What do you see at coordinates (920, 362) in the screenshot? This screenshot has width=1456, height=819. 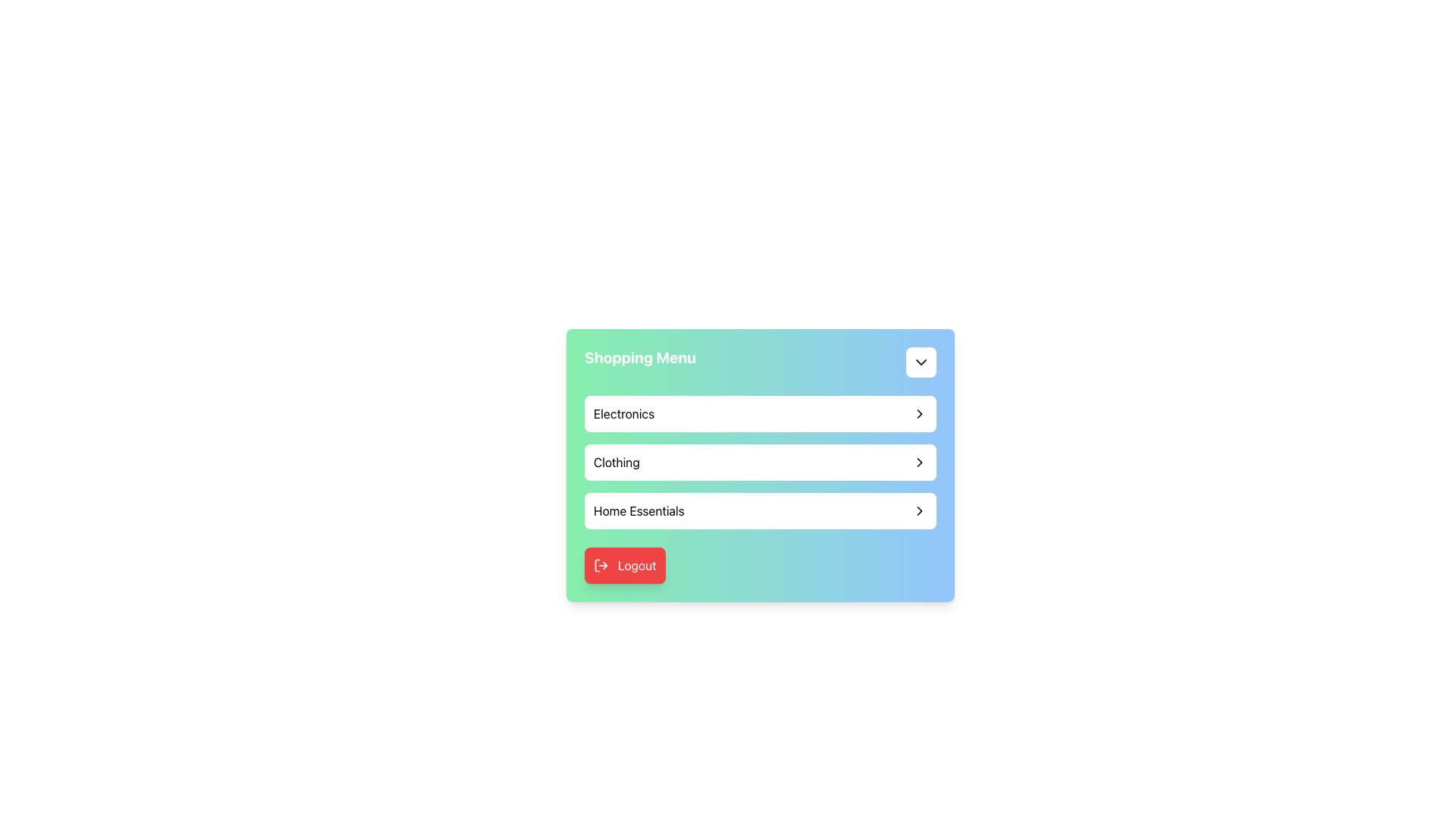 I see `the small square button with a white background and a downward-pointing chevron icon in the 'Shopping Menu' section` at bounding box center [920, 362].